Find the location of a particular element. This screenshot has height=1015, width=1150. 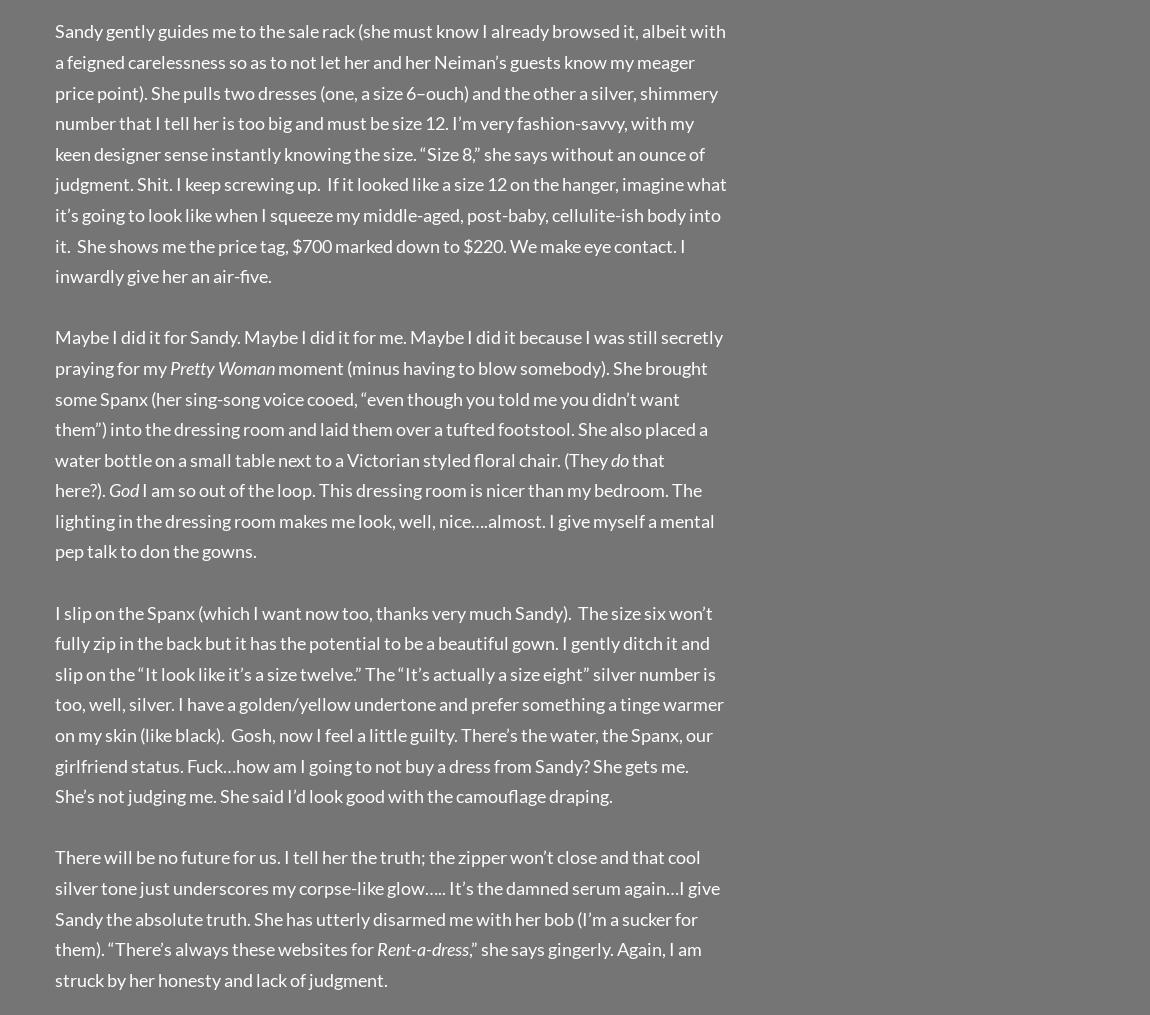

'God' is located at coordinates (122, 489).